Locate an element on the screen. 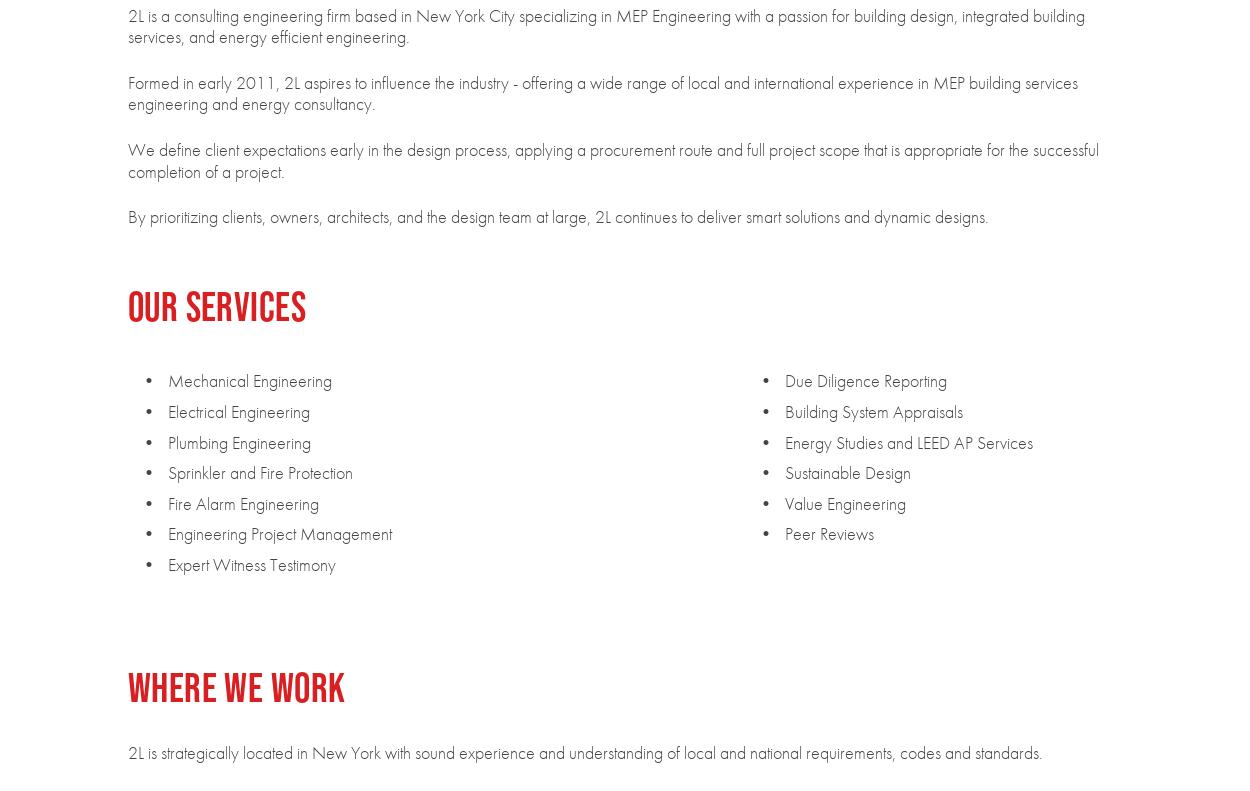 This screenshot has height=791, width=1250. 'Engineering Project Management' is located at coordinates (279, 533).